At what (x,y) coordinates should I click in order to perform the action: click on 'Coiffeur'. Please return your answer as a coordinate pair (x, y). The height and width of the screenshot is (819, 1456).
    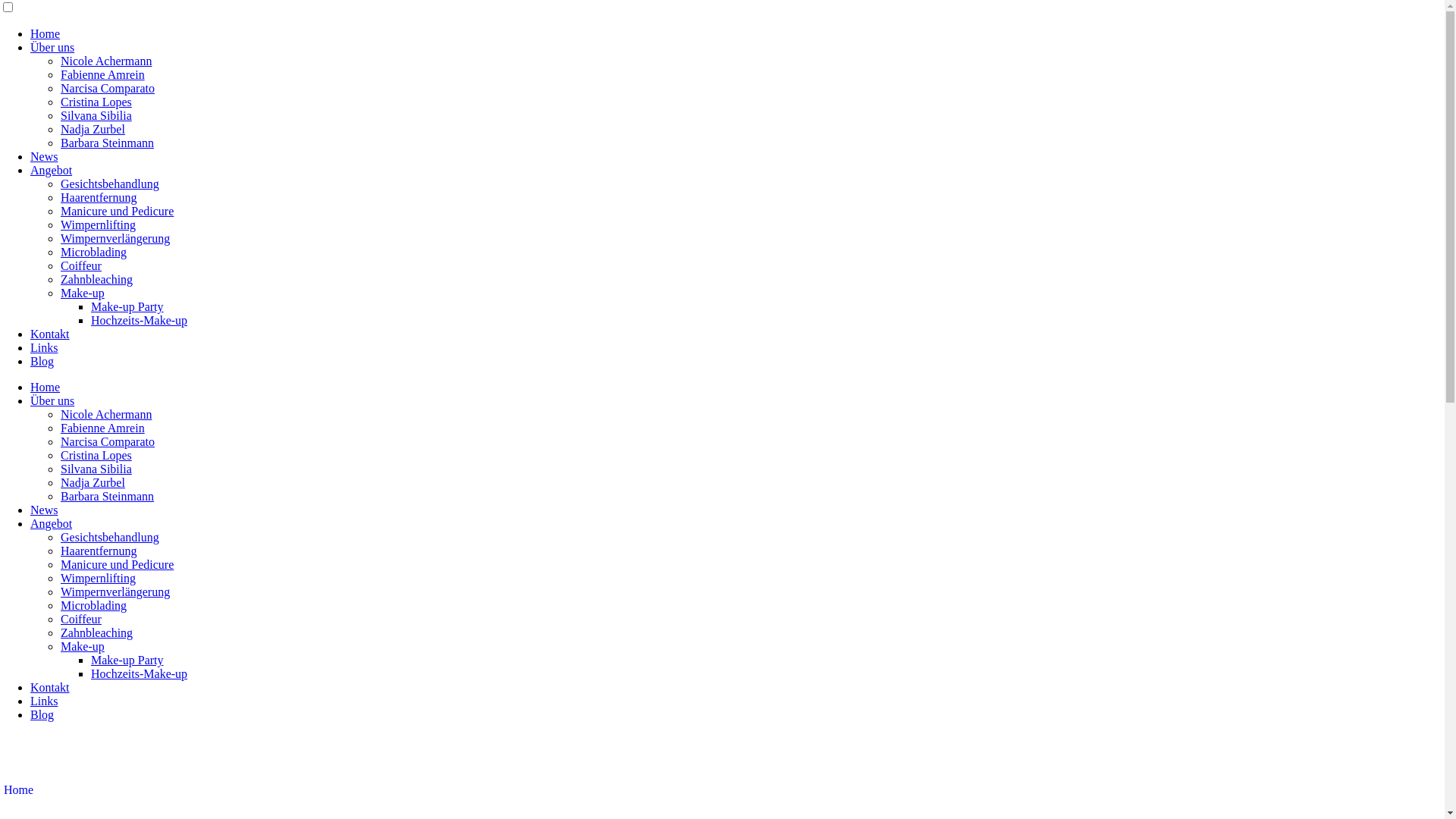
    Looking at the image, I should click on (80, 265).